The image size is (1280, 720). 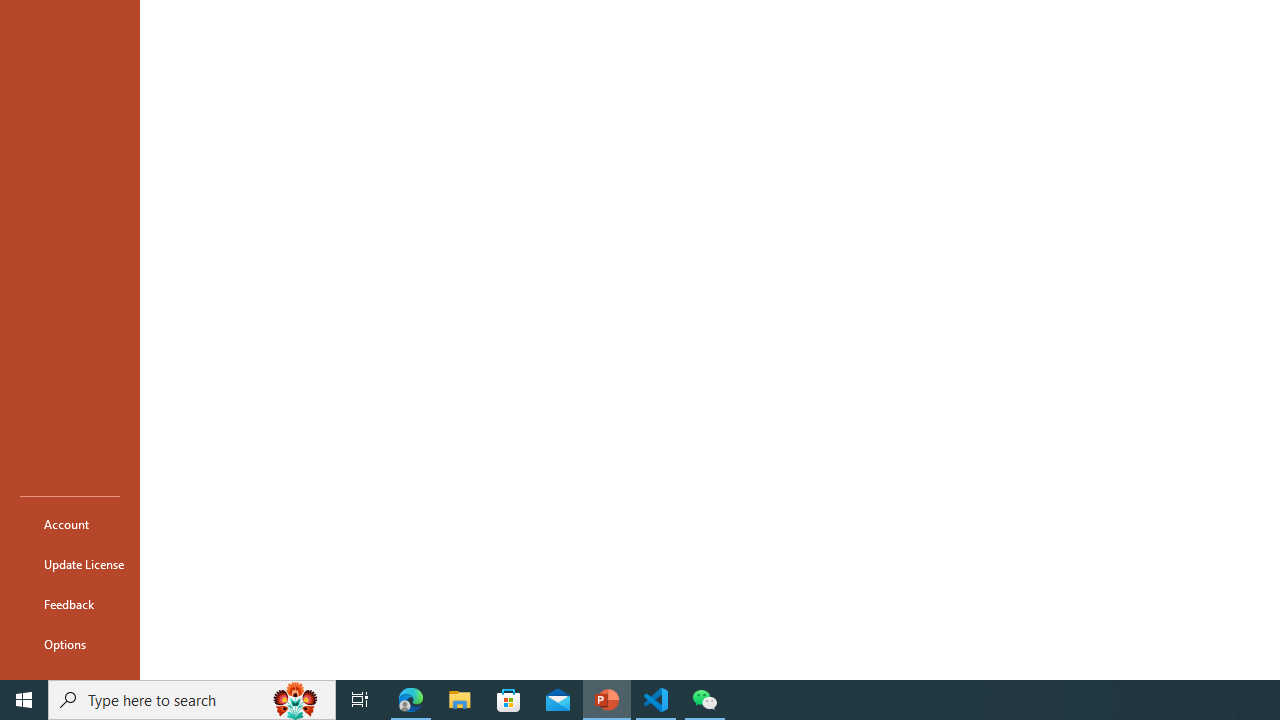 What do you see at coordinates (69, 523) in the screenshot?
I see `'Account'` at bounding box center [69, 523].